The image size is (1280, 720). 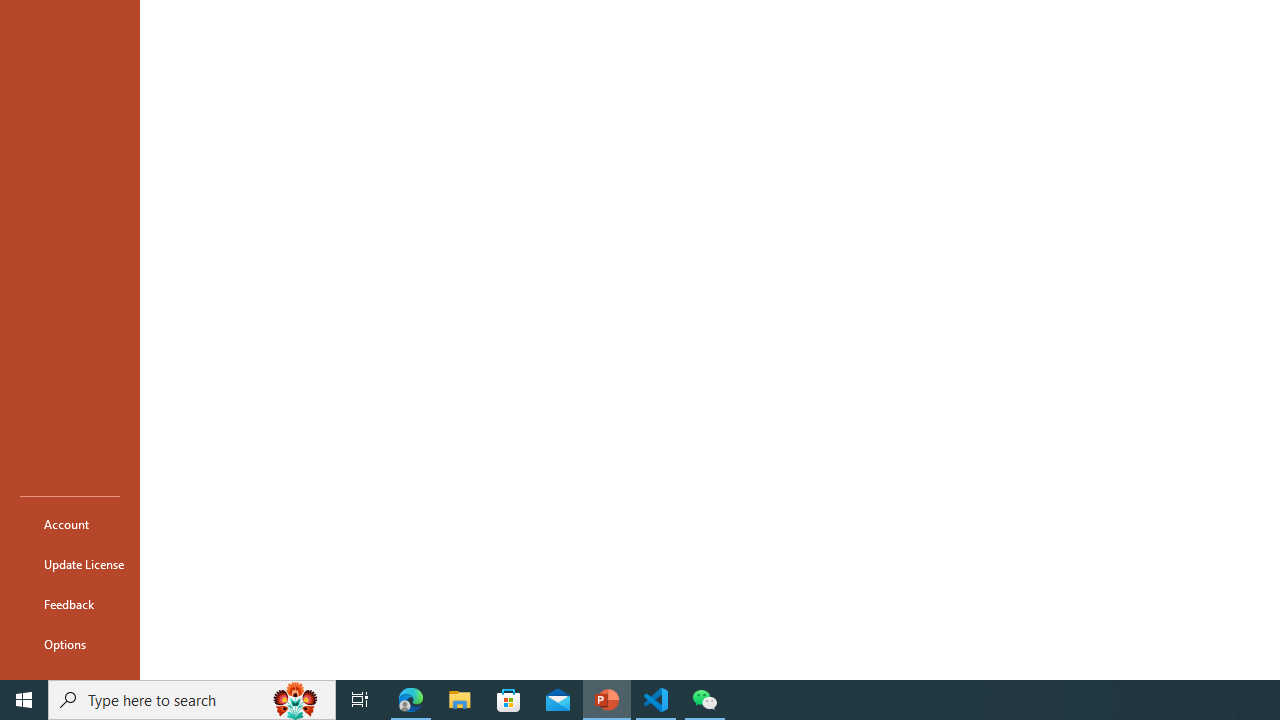 What do you see at coordinates (69, 523) in the screenshot?
I see `'Account'` at bounding box center [69, 523].